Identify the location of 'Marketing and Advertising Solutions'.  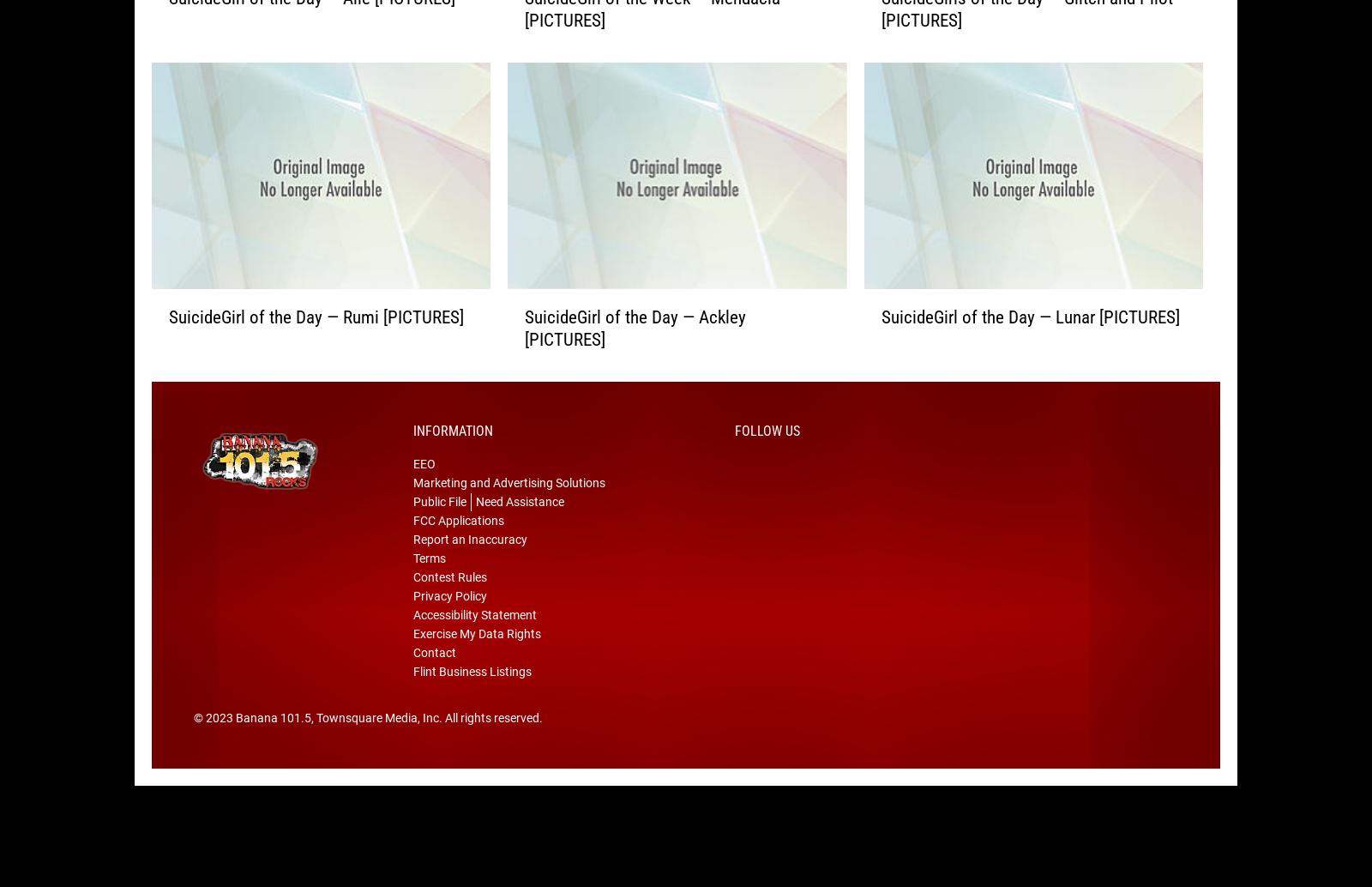
(412, 510).